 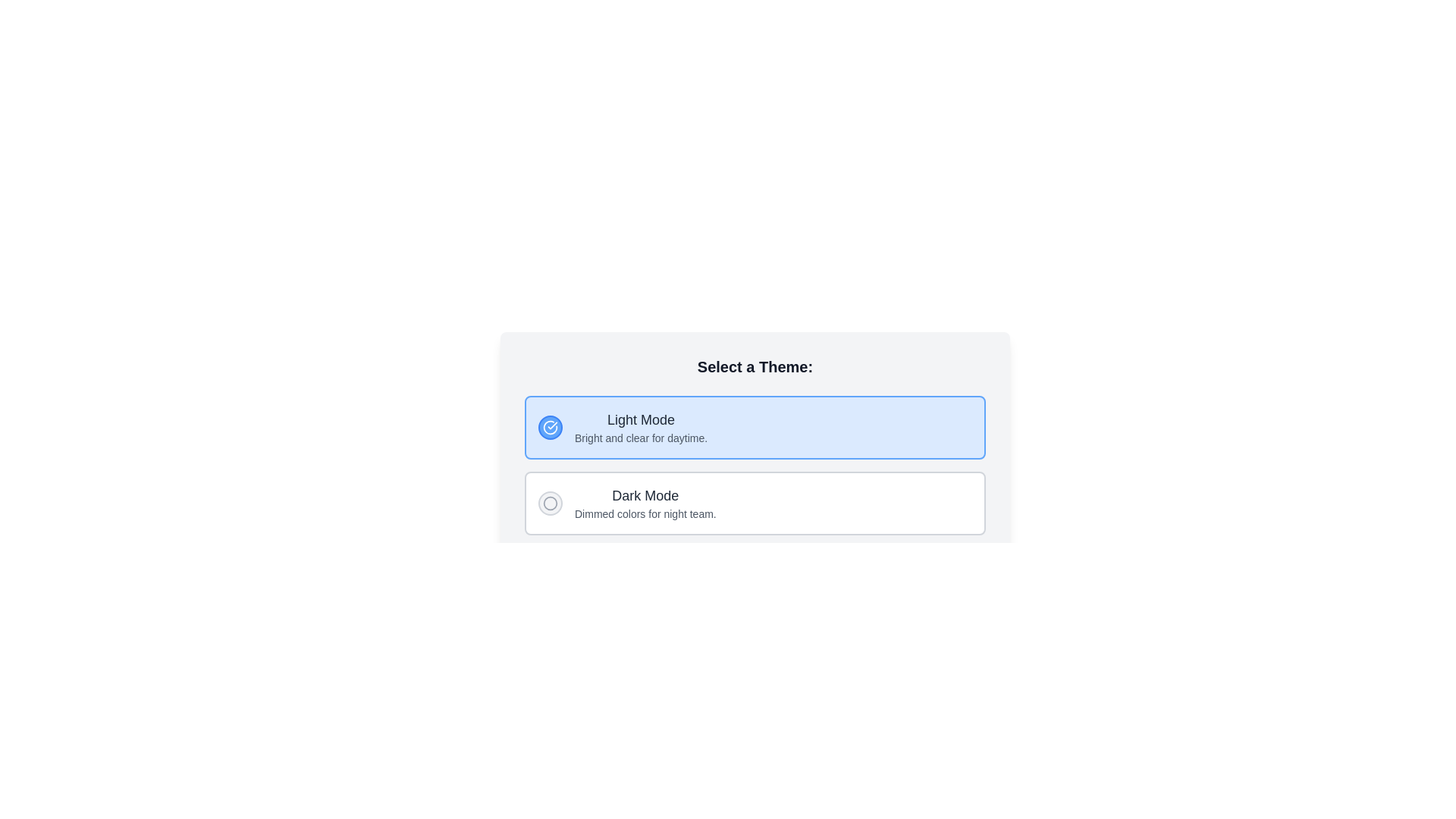 I want to click on the 'Light Mode' selectable option with descriptive text and icon, so click(x=623, y=427).